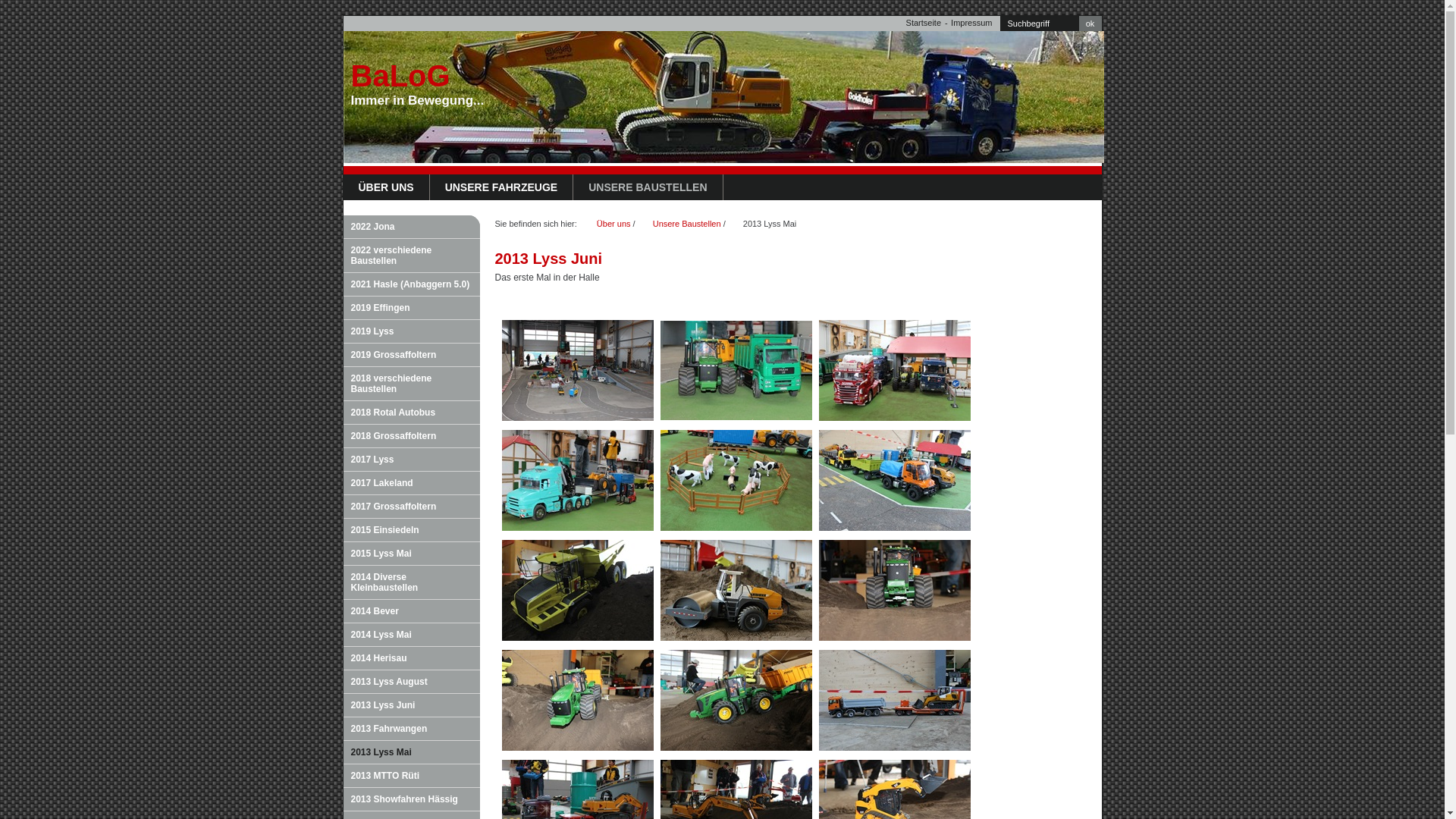 This screenshot has height=819, width=1456. I want to click on '2019 Lyss', so click(411, 331).